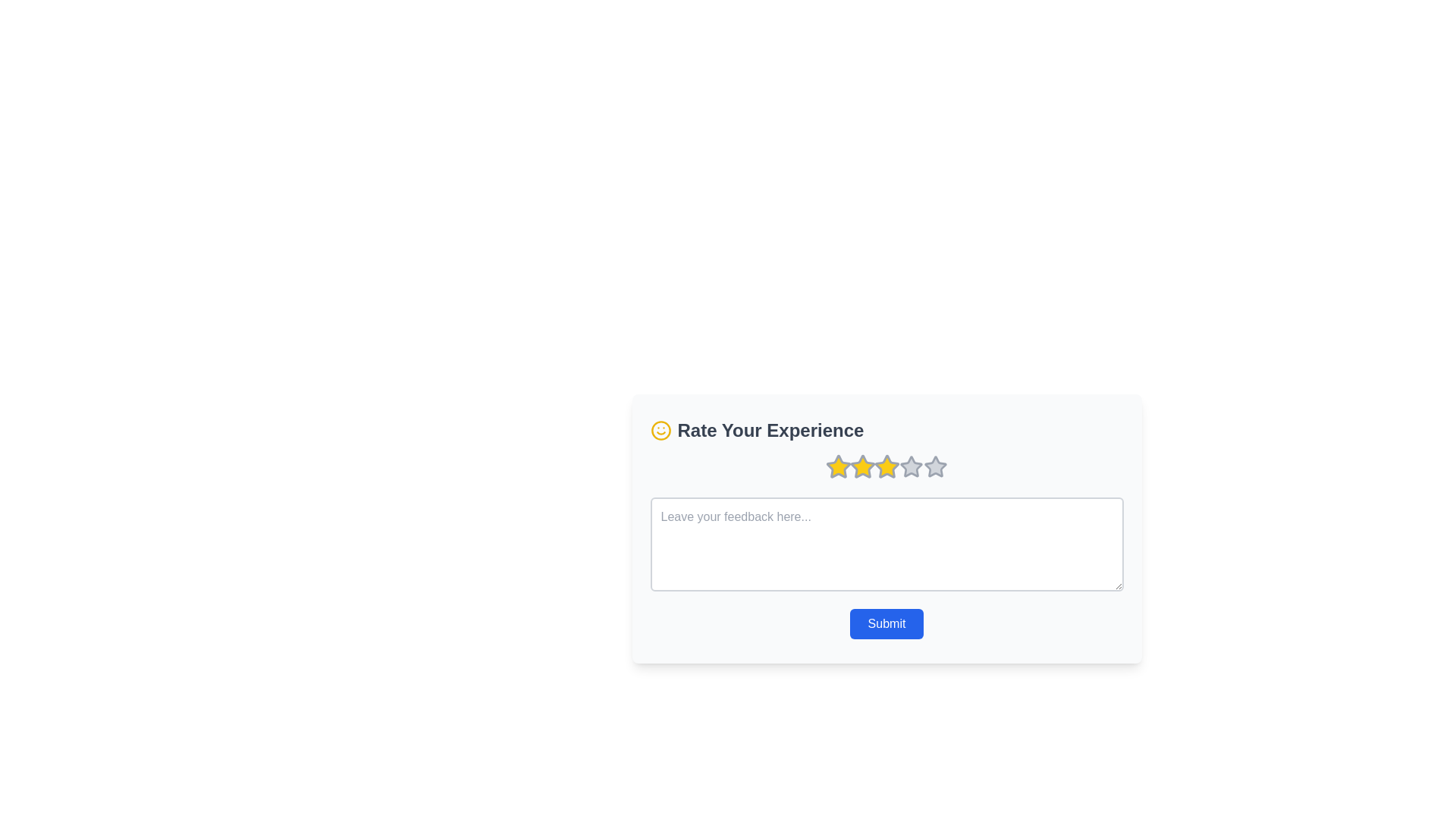 This screenshot has height=819, width=1456. What do you see at coordinates (837, 466) in the screenshot?
I see `the first star icon in the rating system` at bounding box center [837, 466].